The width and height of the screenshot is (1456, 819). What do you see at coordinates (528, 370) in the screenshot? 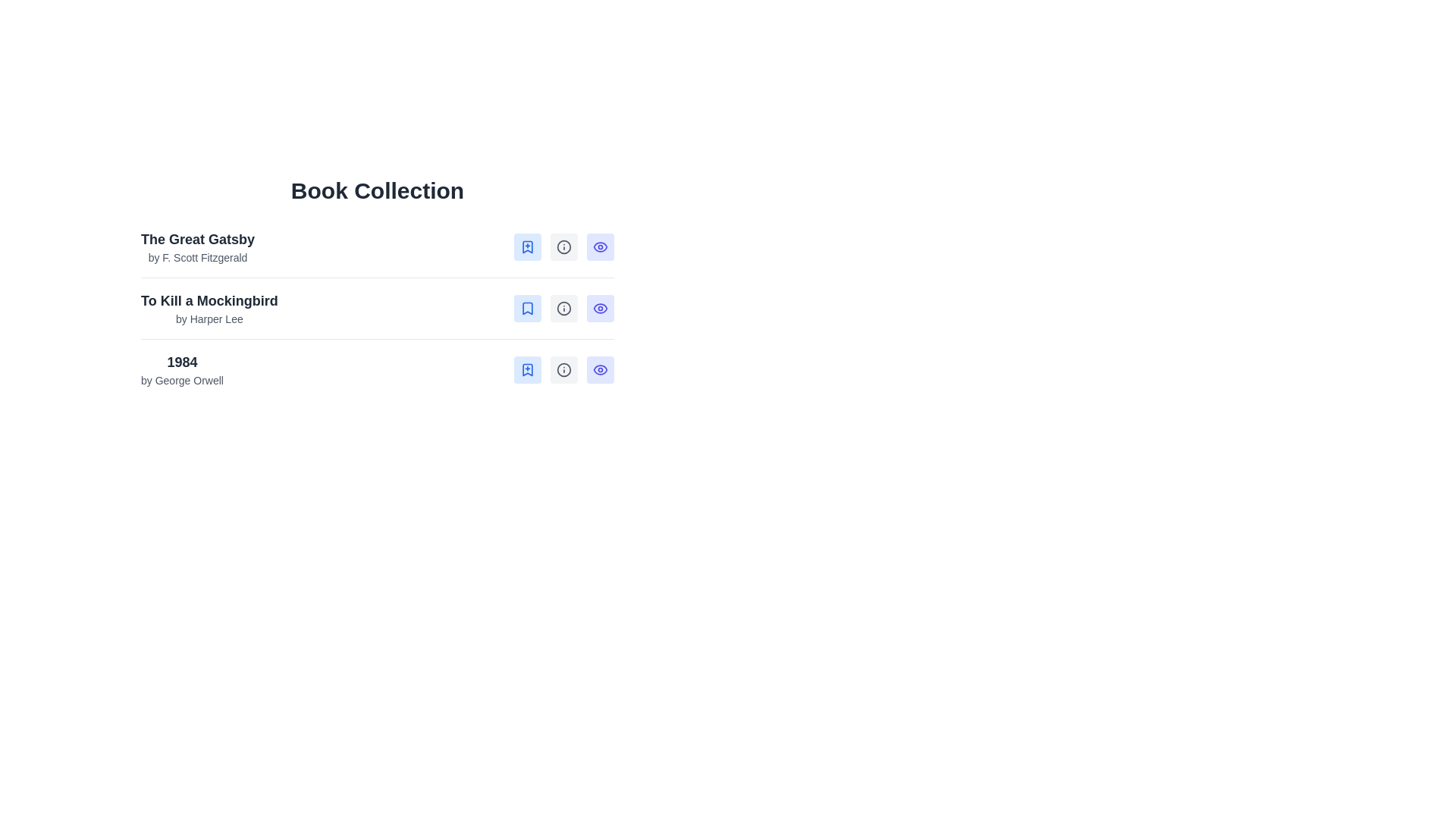
I see `the bookmark button for the book '1984' by George Orwell` at bounding box center [528, 370].